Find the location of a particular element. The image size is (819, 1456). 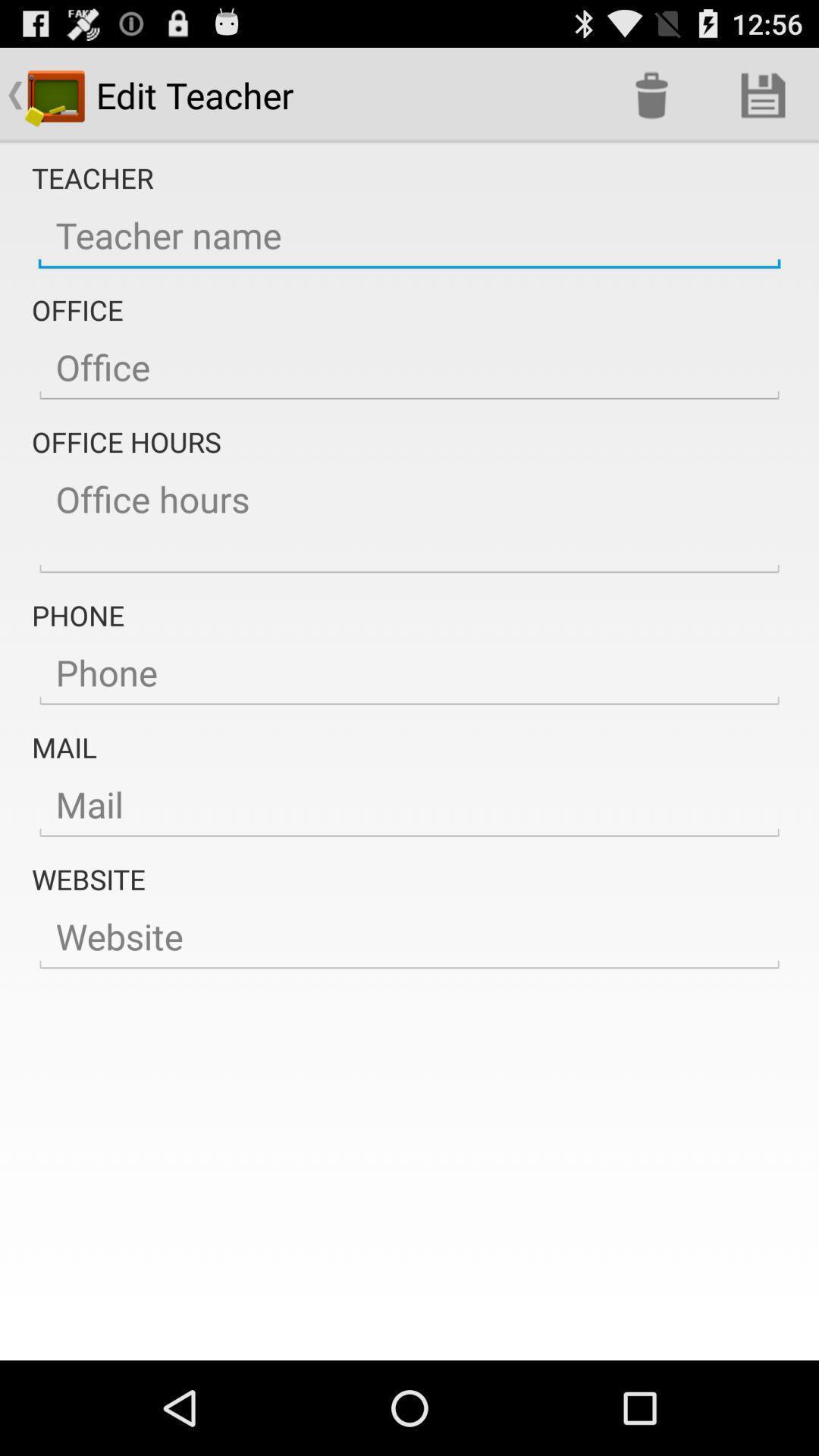

office hours field is located at coordinates (409, 520).